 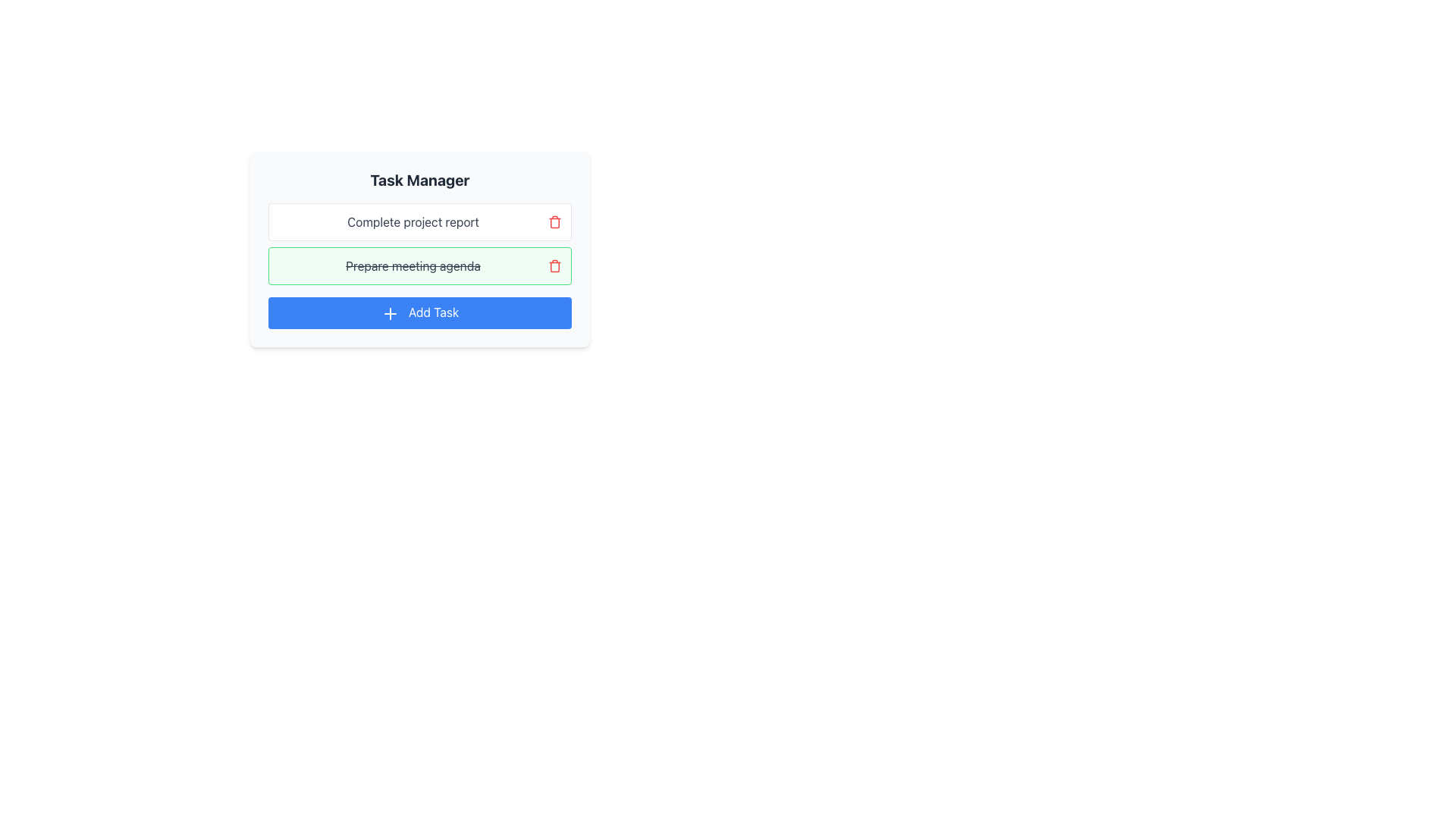 What do you see at coordinates (419, 265) in the screenshot?
I see `task title 'Prepare meeting agenda' from the completed task item with a light green background and a red trash bin icon, located in the 'Task Manager' section` at bounding box center [419, 265].